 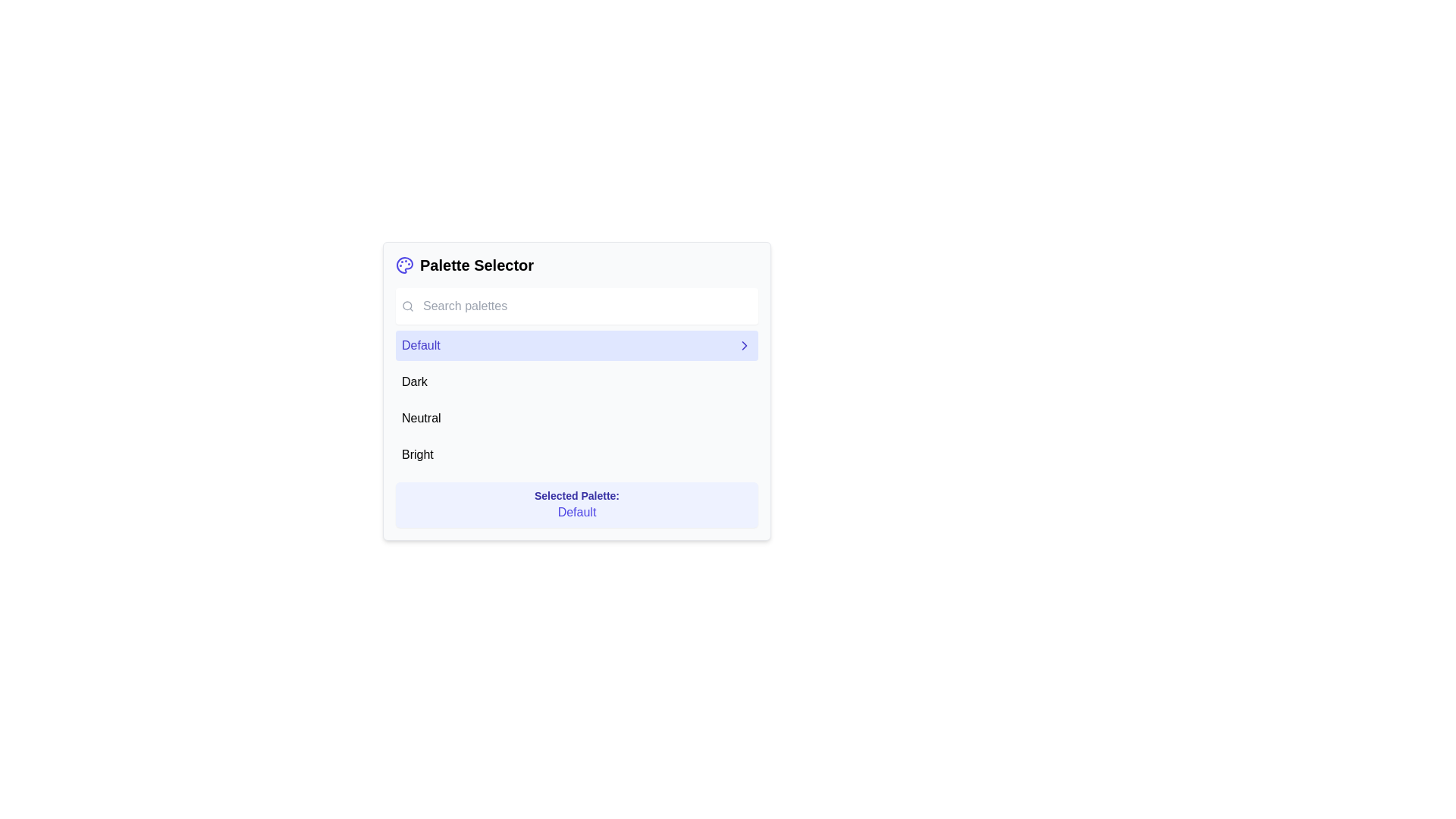 I want to click on the main body of the palette icon, so click(x=404, y=265).